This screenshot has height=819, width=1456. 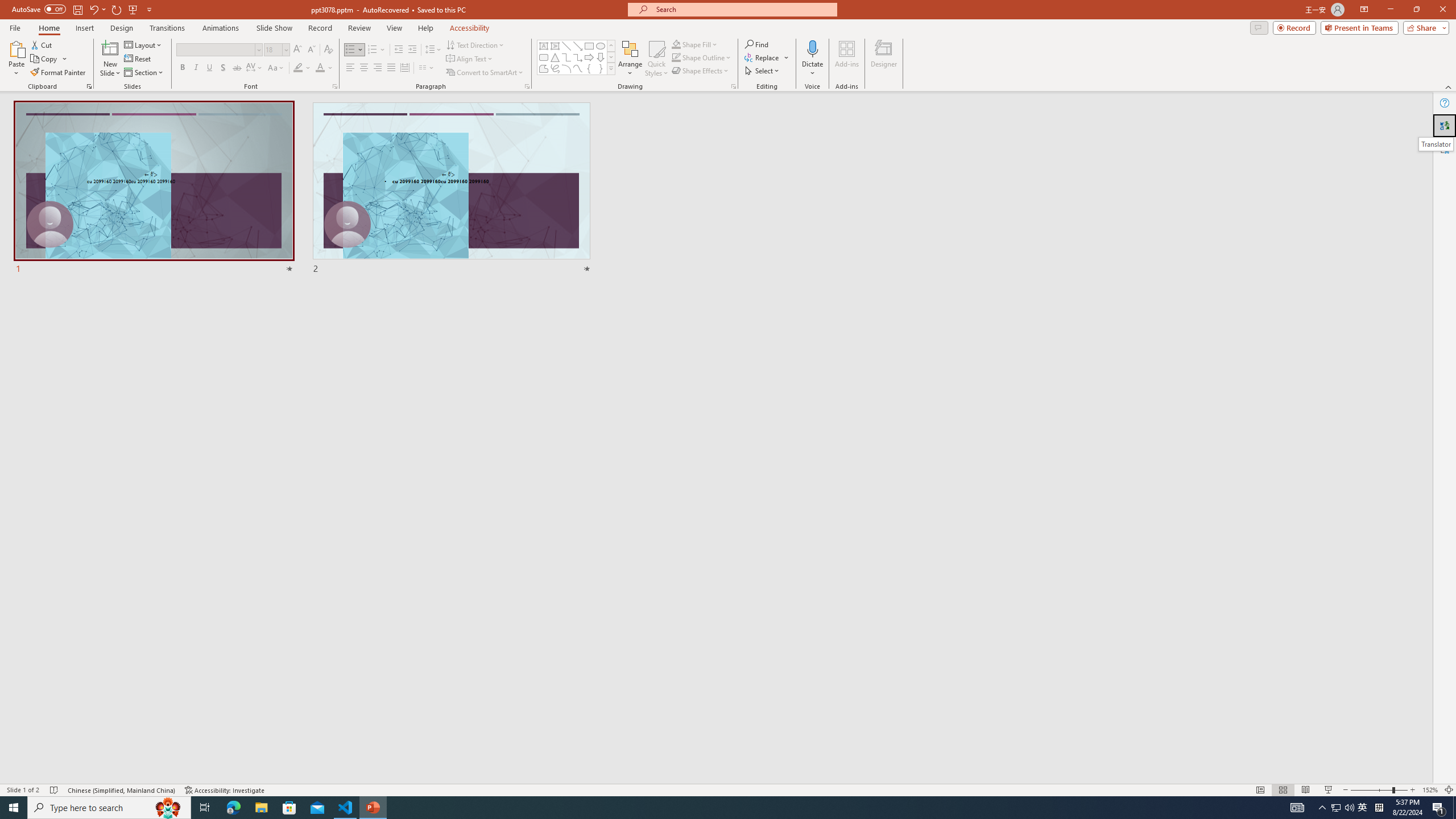 What do you see at coordinates (565, 45) in the screenshot?
I see `'Line'` at bounding box center [565, 45].